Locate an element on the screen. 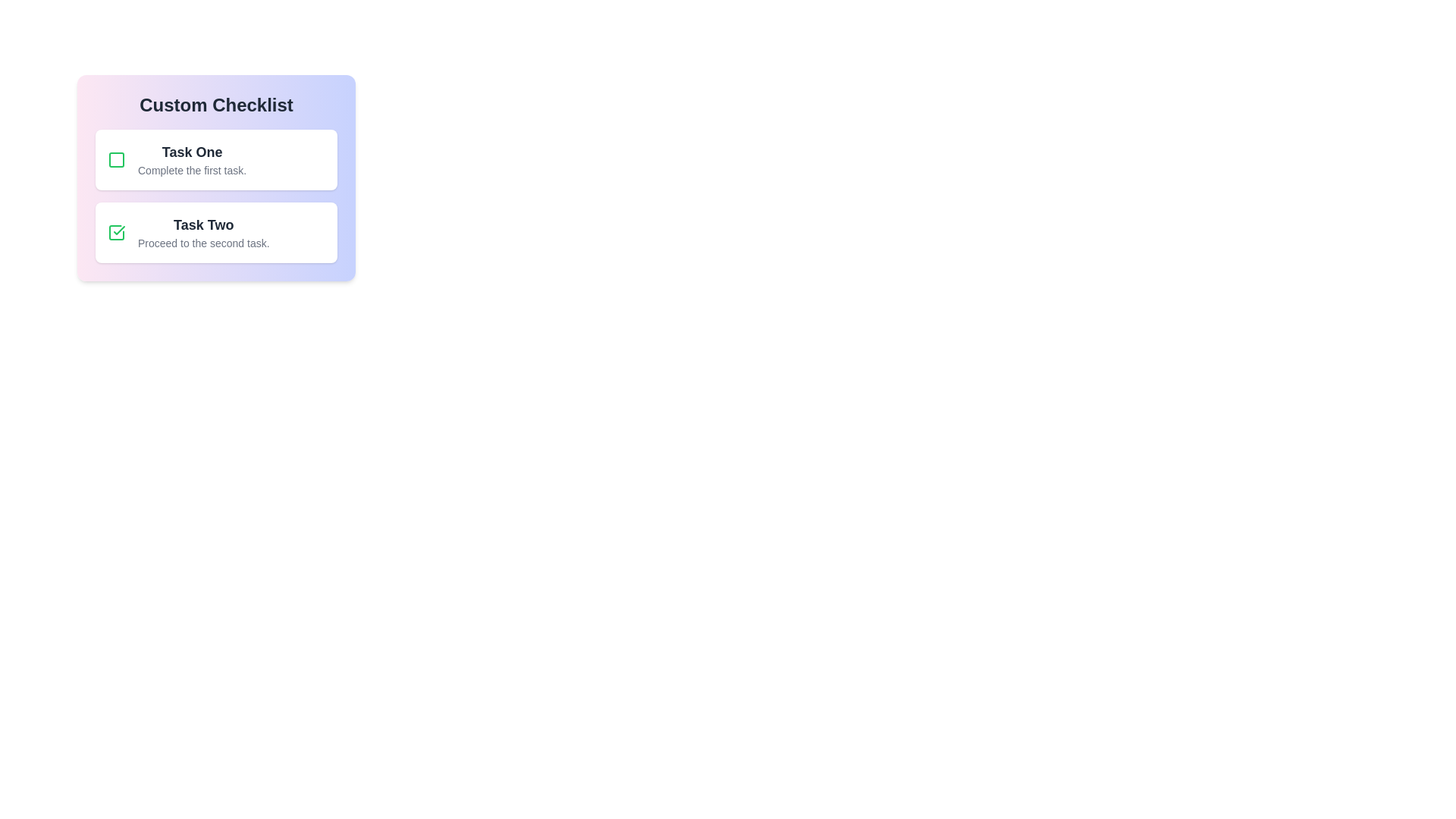  text label that displays 'Task Two' in a bold and large font, styled with a dark gray color, which is centrally aligned and located below the 'Task One' section is located at coordinates (202, 225).